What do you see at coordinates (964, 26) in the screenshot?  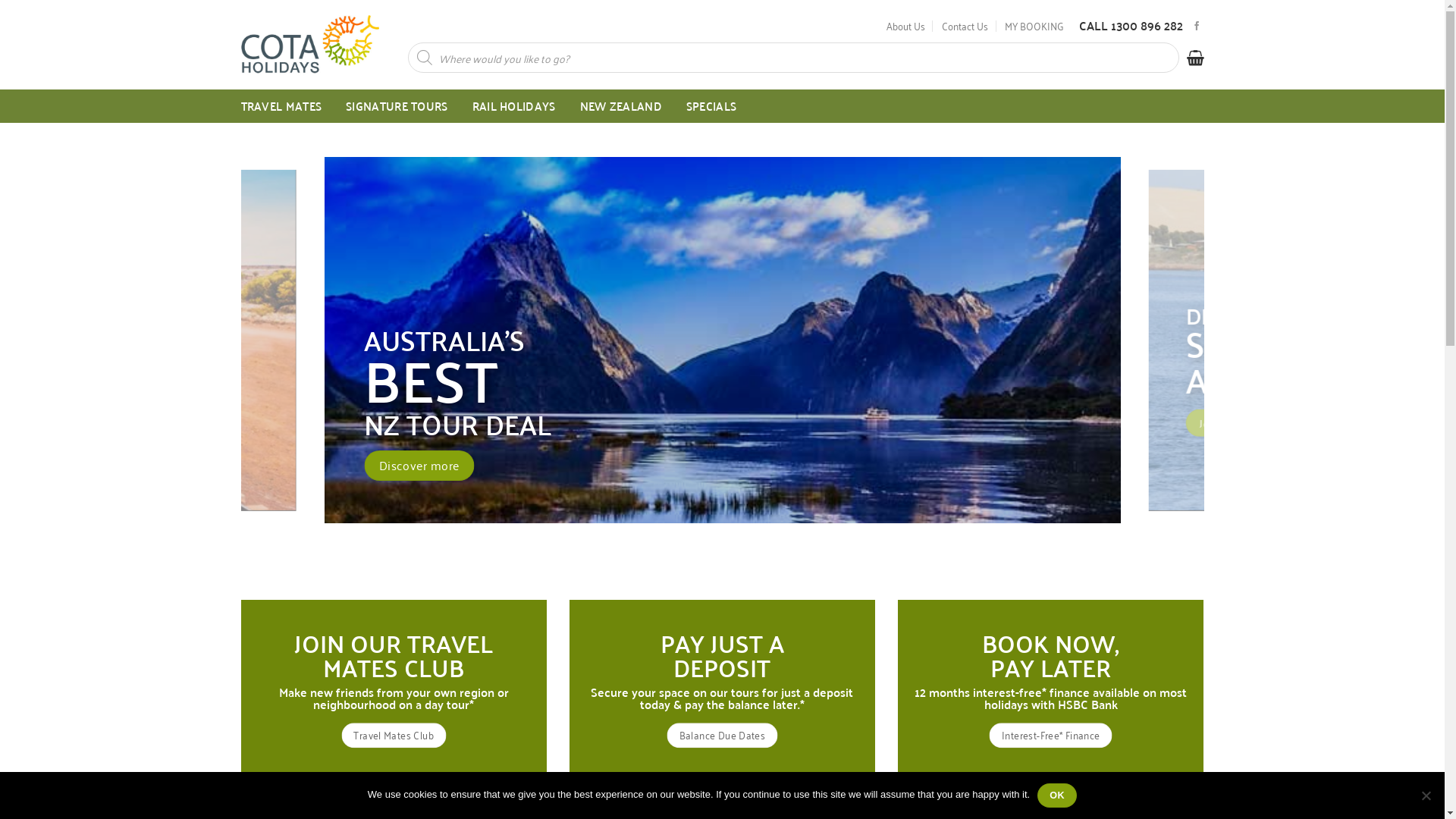 I see `'Contact Us'` at bounding box center [964, 26].